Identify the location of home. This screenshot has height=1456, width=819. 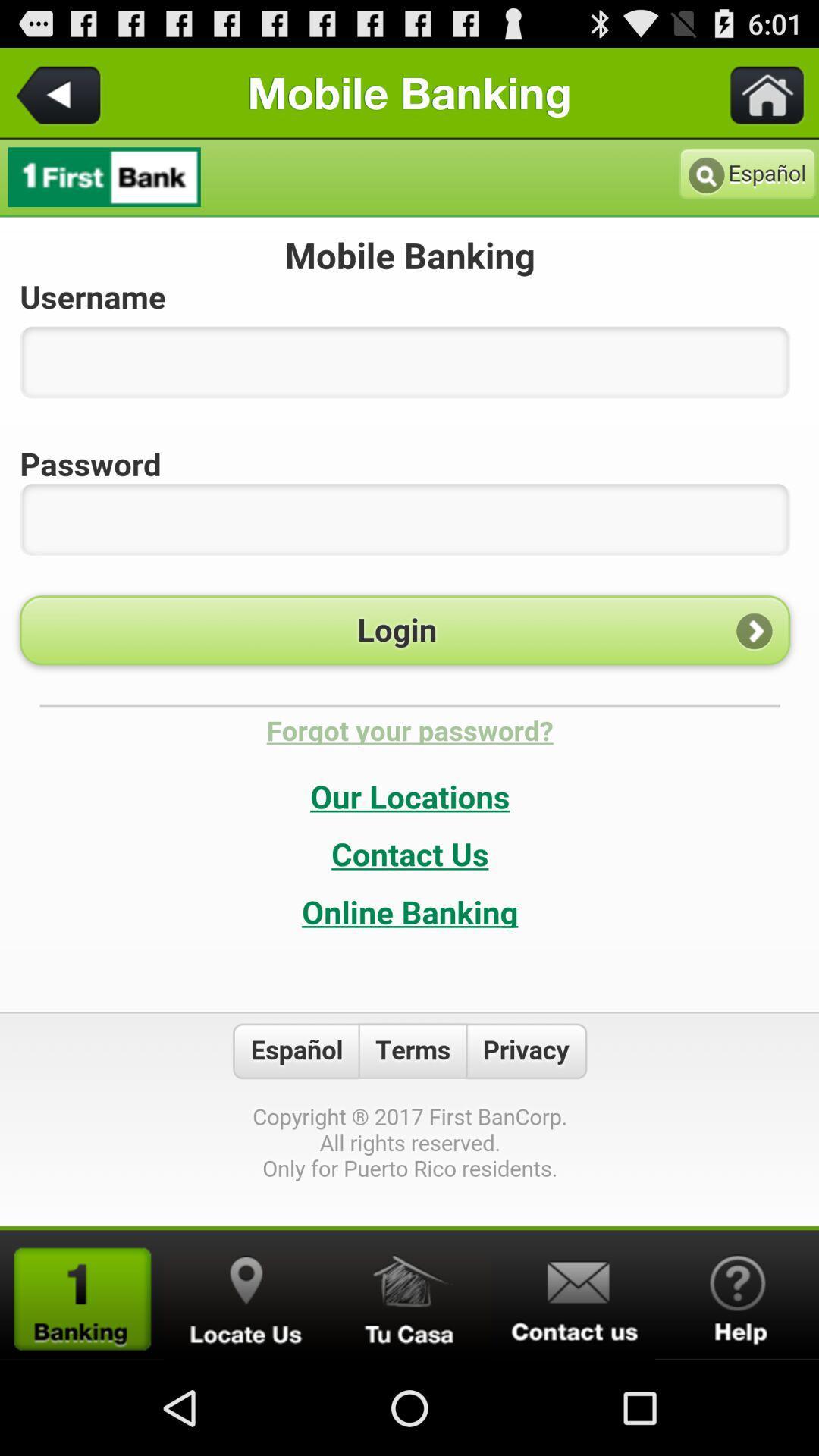
(409, 1294).